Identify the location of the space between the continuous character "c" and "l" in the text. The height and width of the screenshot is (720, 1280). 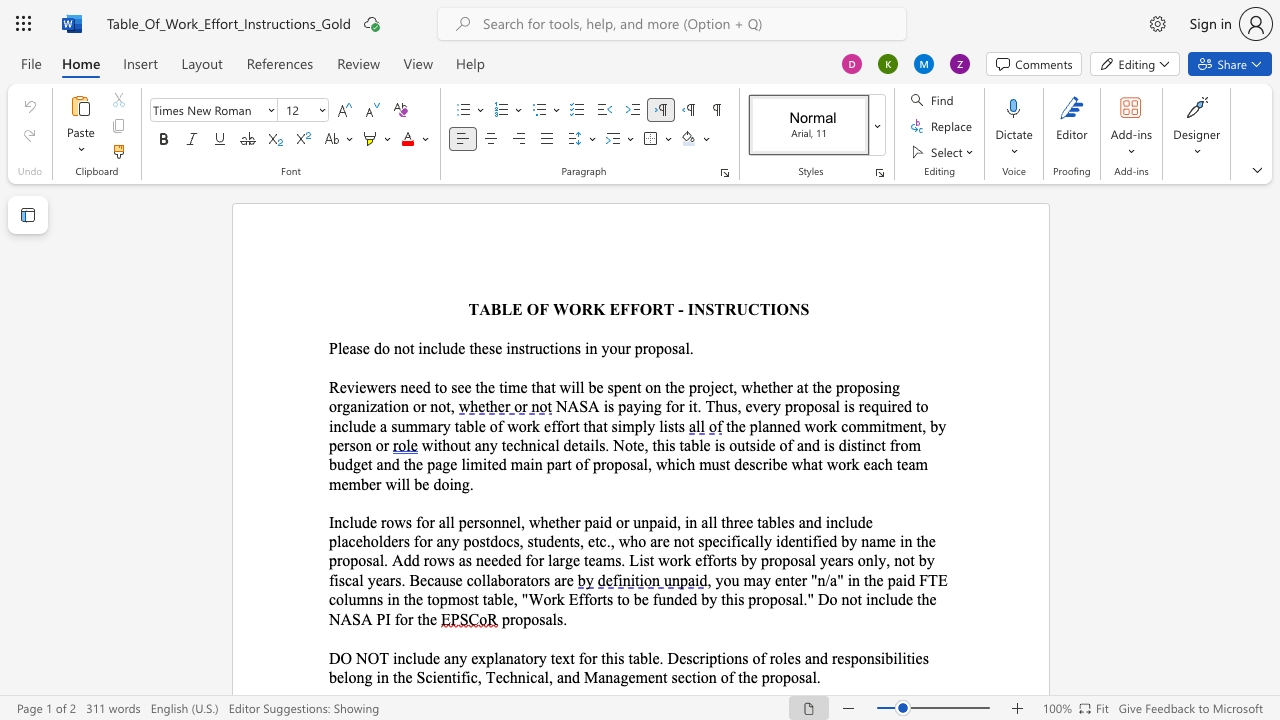
(347, 425).